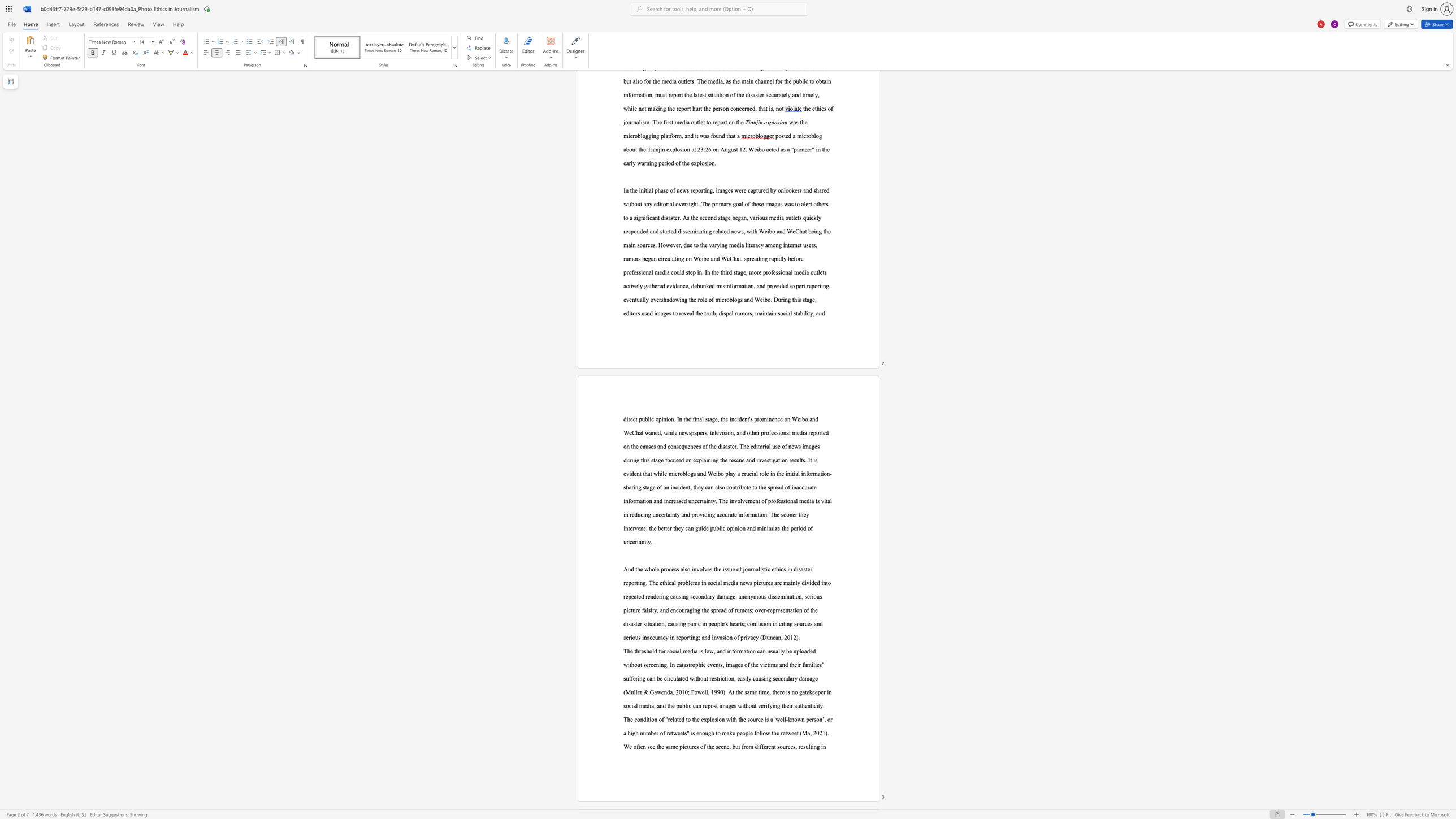 The height and width of the screenshot is (819, 1456). What do you see at coordinates (636, 596) in the screenshot?
I see `the subset text "ted rendering causing secondary damage; anonymous dissemination, serious picture falsity, and encouraging the spread of rumors; over-representation of the disaster situation, causing panic in people" within the text "also involves the issue of journalistic ethics in disaster reporting. The ethical problems in social media news pictures are mainly divided into repeated rendering causing secondary damage; anonymous dissemination, serious picture falsity, and encouraging the spread of rumors; over-representation of the disaster situation, causing panic in people"` at bounding box center [636, 596].